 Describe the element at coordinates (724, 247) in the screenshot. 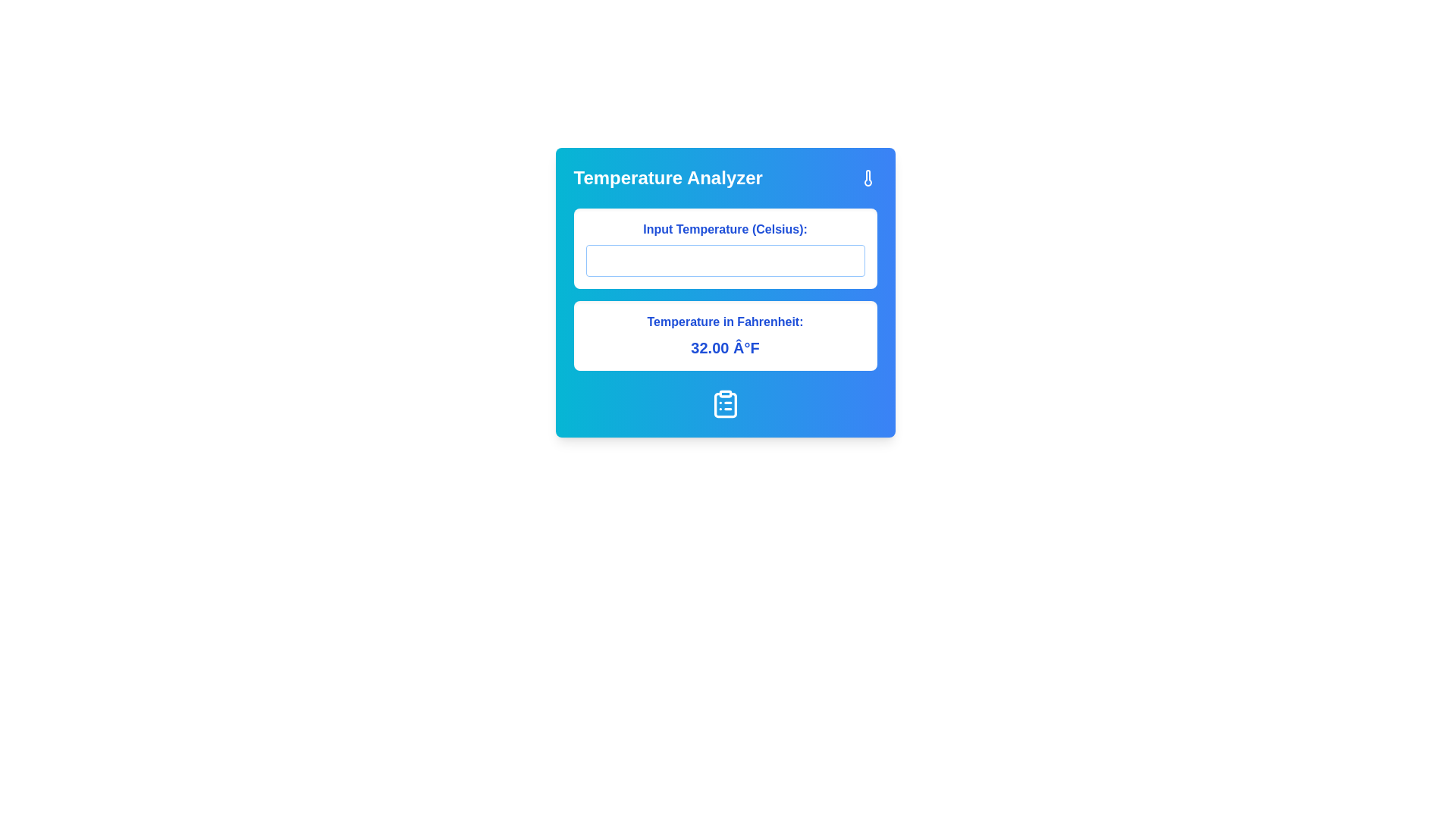

I see `inside the input field labeled 'Input Temperature (Celsius):' to focus on it` at that location.